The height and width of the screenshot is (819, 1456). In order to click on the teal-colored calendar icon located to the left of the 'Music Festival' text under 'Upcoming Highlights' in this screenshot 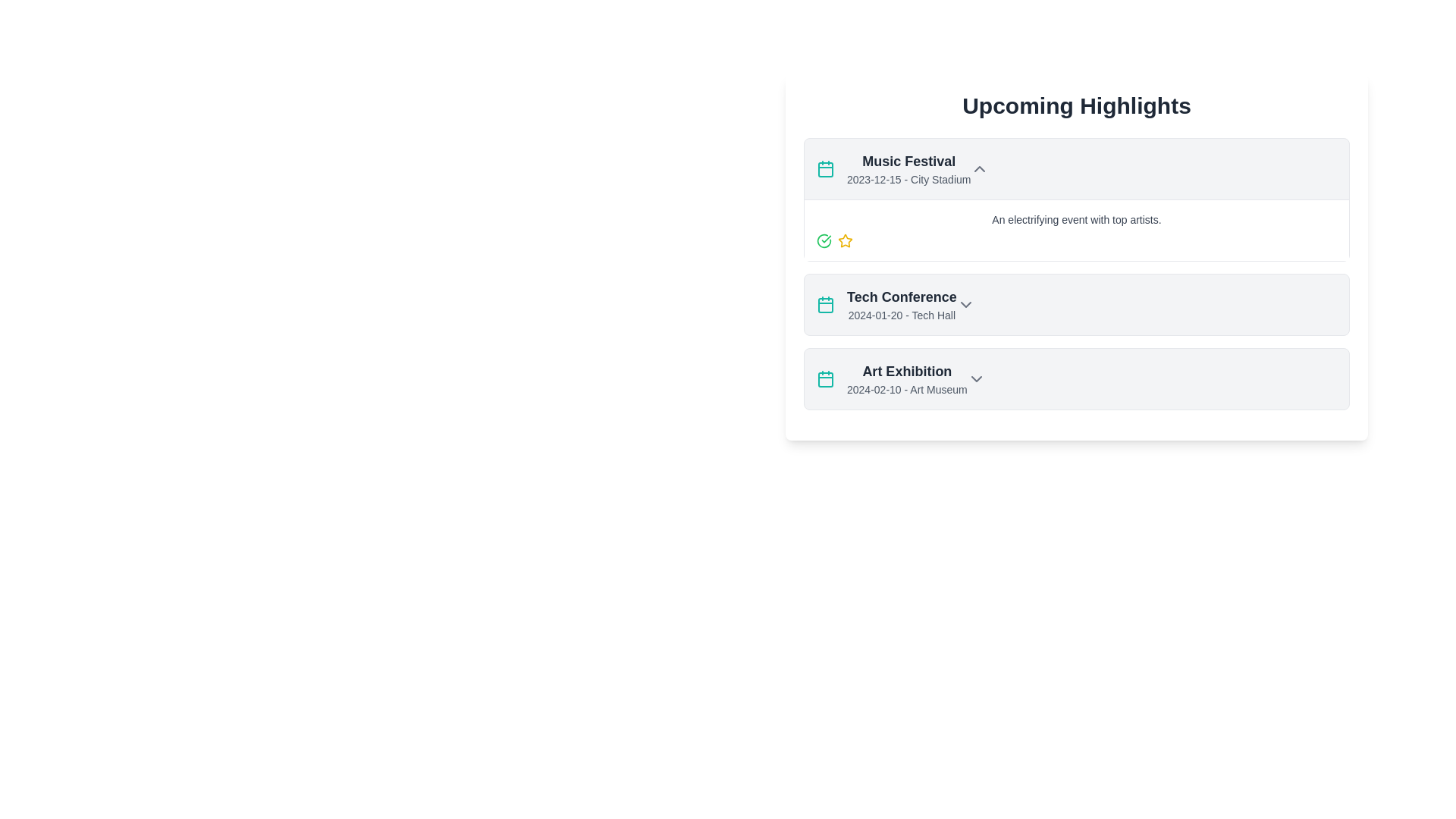, I will do `click(825, 169)`.